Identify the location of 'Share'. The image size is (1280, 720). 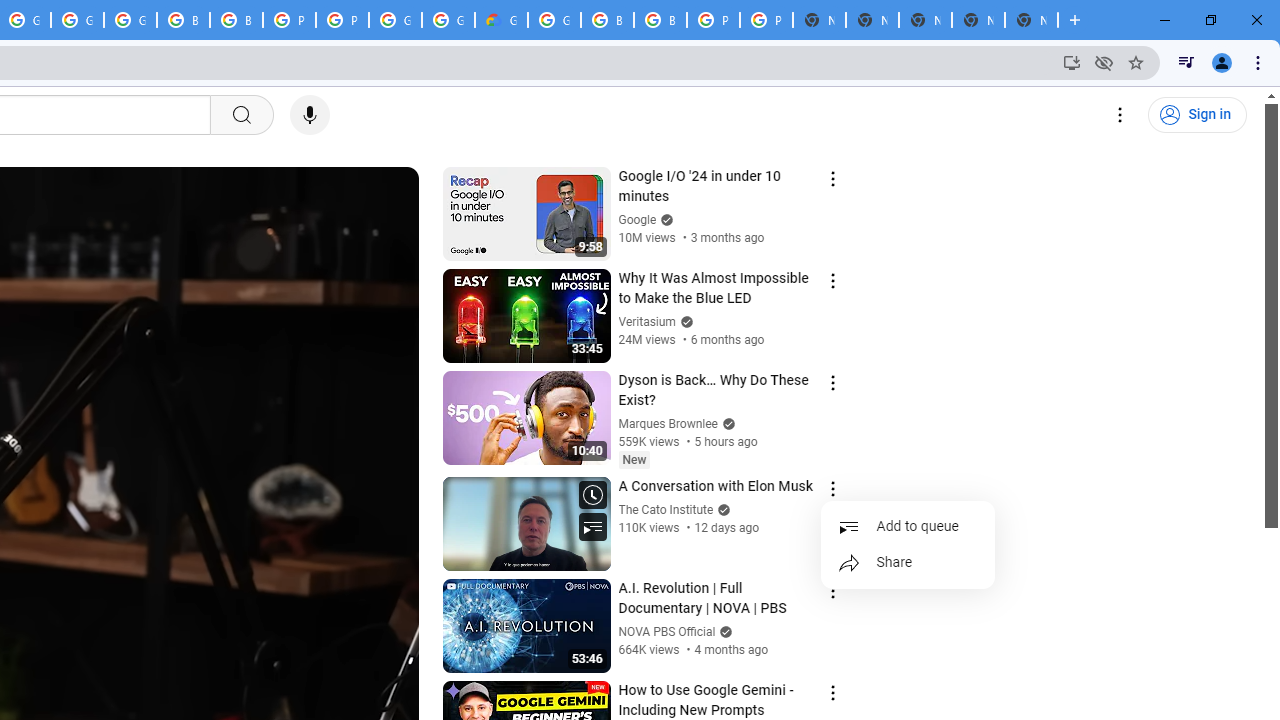
(907, 563).